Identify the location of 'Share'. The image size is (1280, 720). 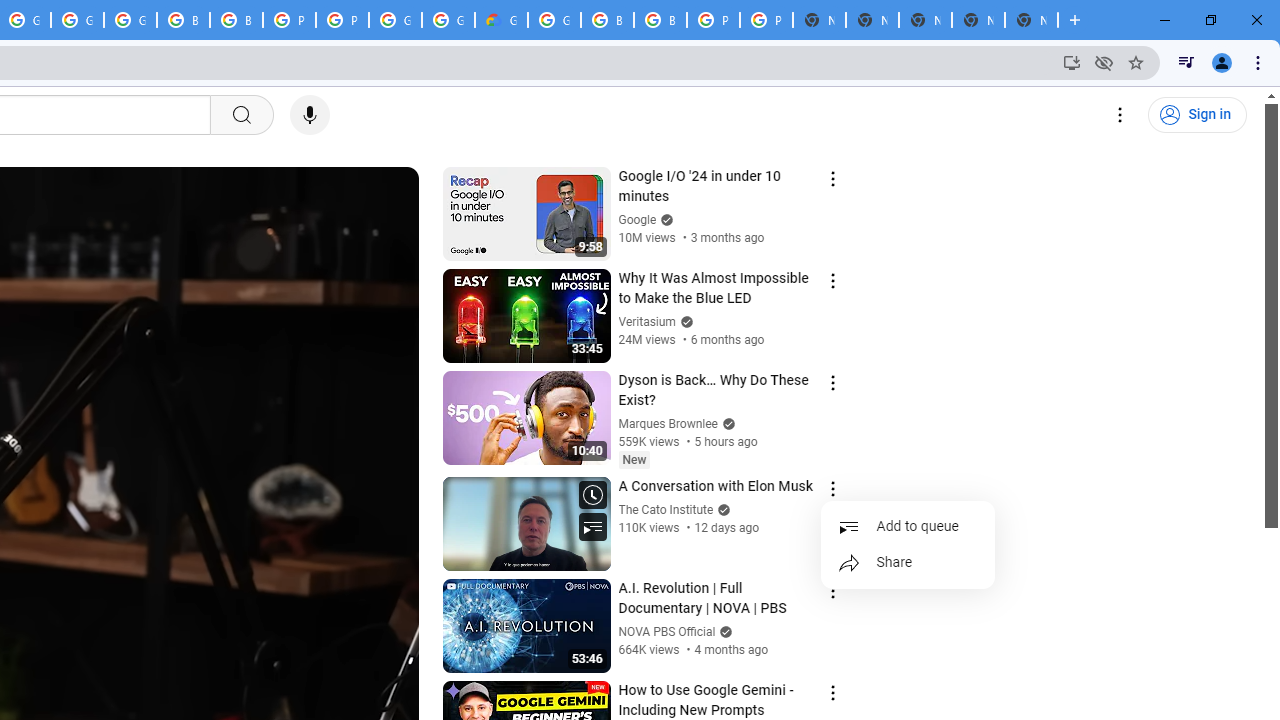
(907, 563).